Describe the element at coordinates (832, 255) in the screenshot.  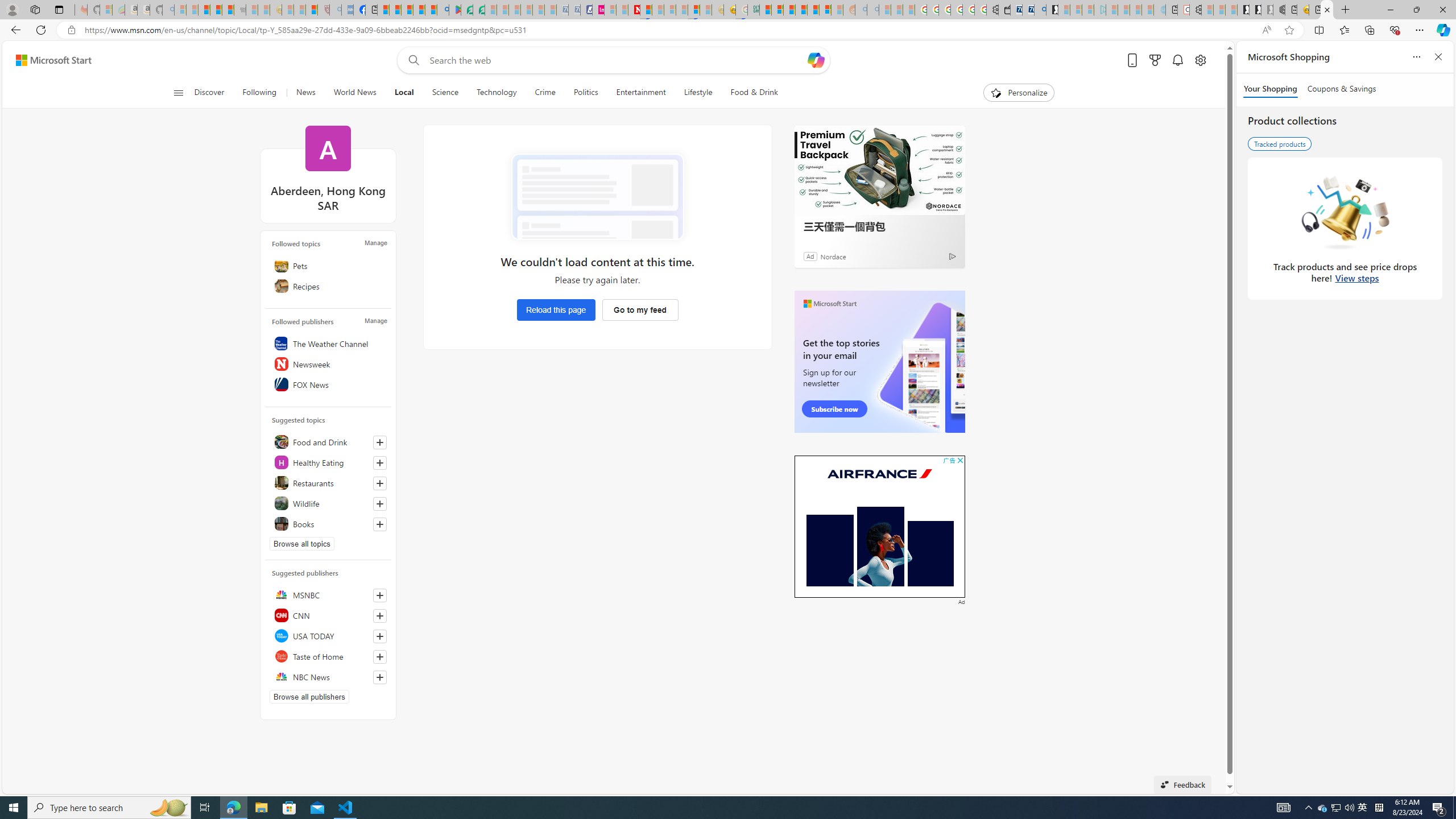
I see `'Nordace'` at that location.